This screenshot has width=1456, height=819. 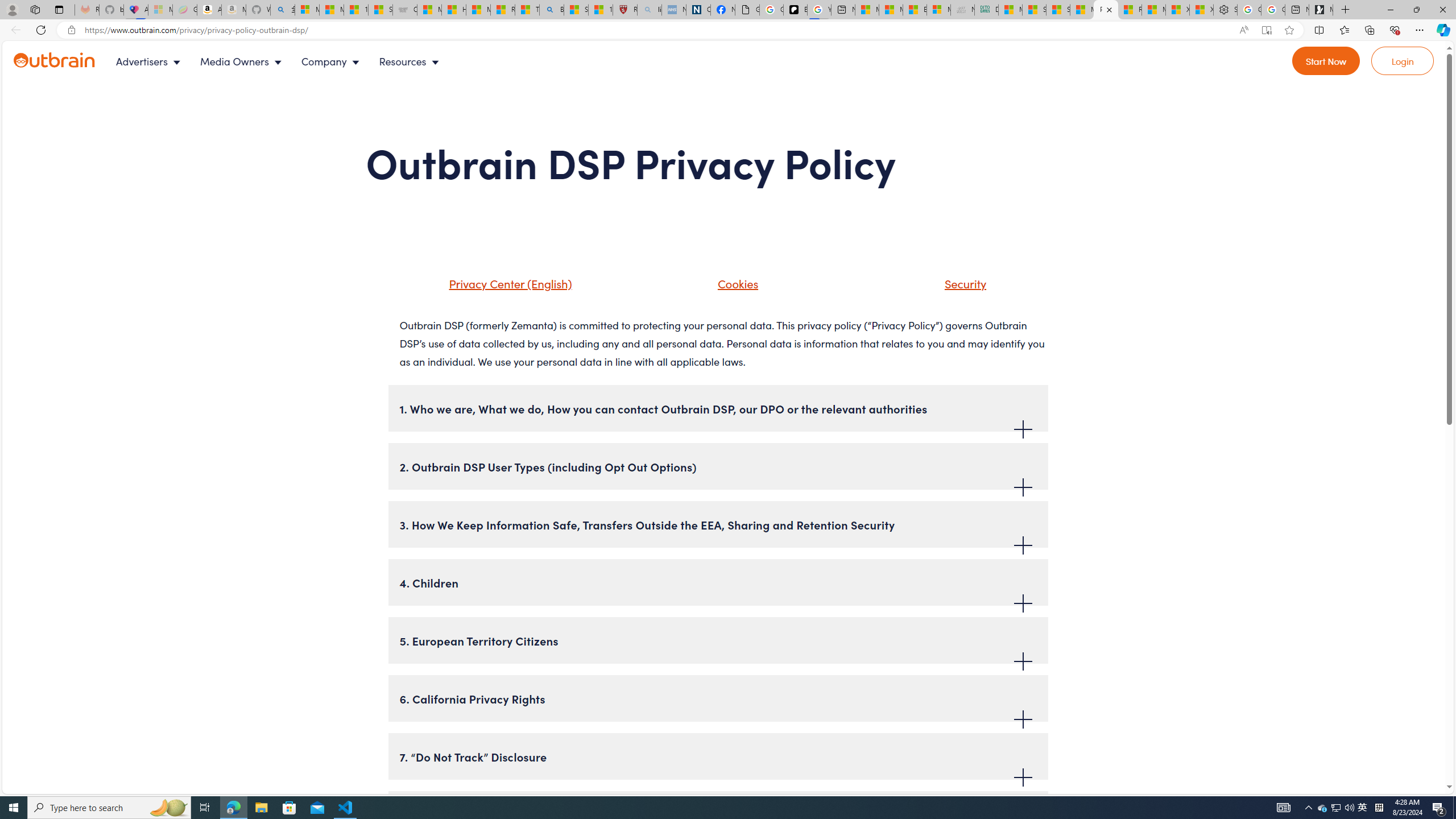 What do you see at coordinates (1266, 30) in the screenshot?
I see `'Enter Immersive Reader (F9)'` at bounding box center [1266, 30].